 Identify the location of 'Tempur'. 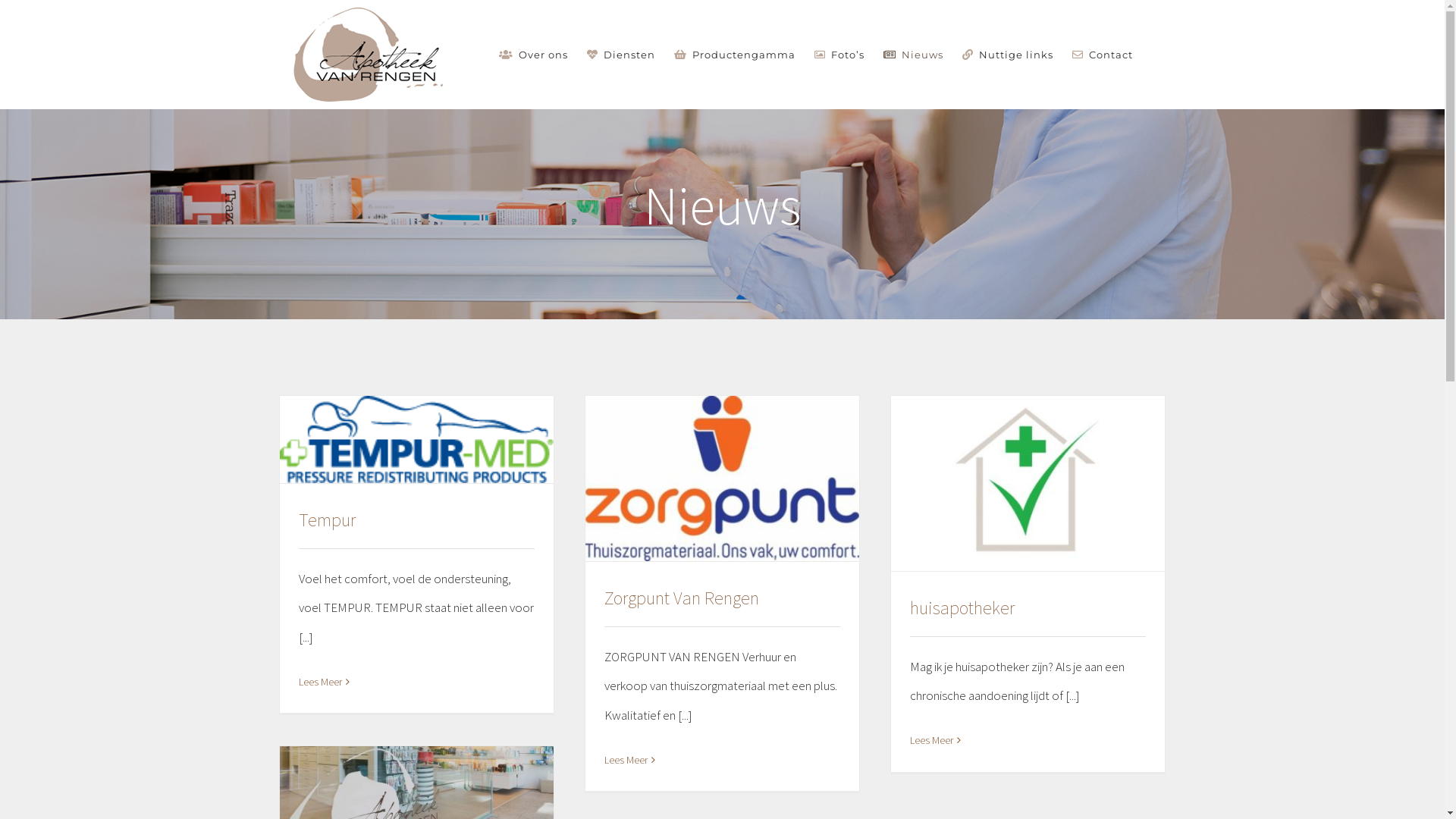
(326, 519).